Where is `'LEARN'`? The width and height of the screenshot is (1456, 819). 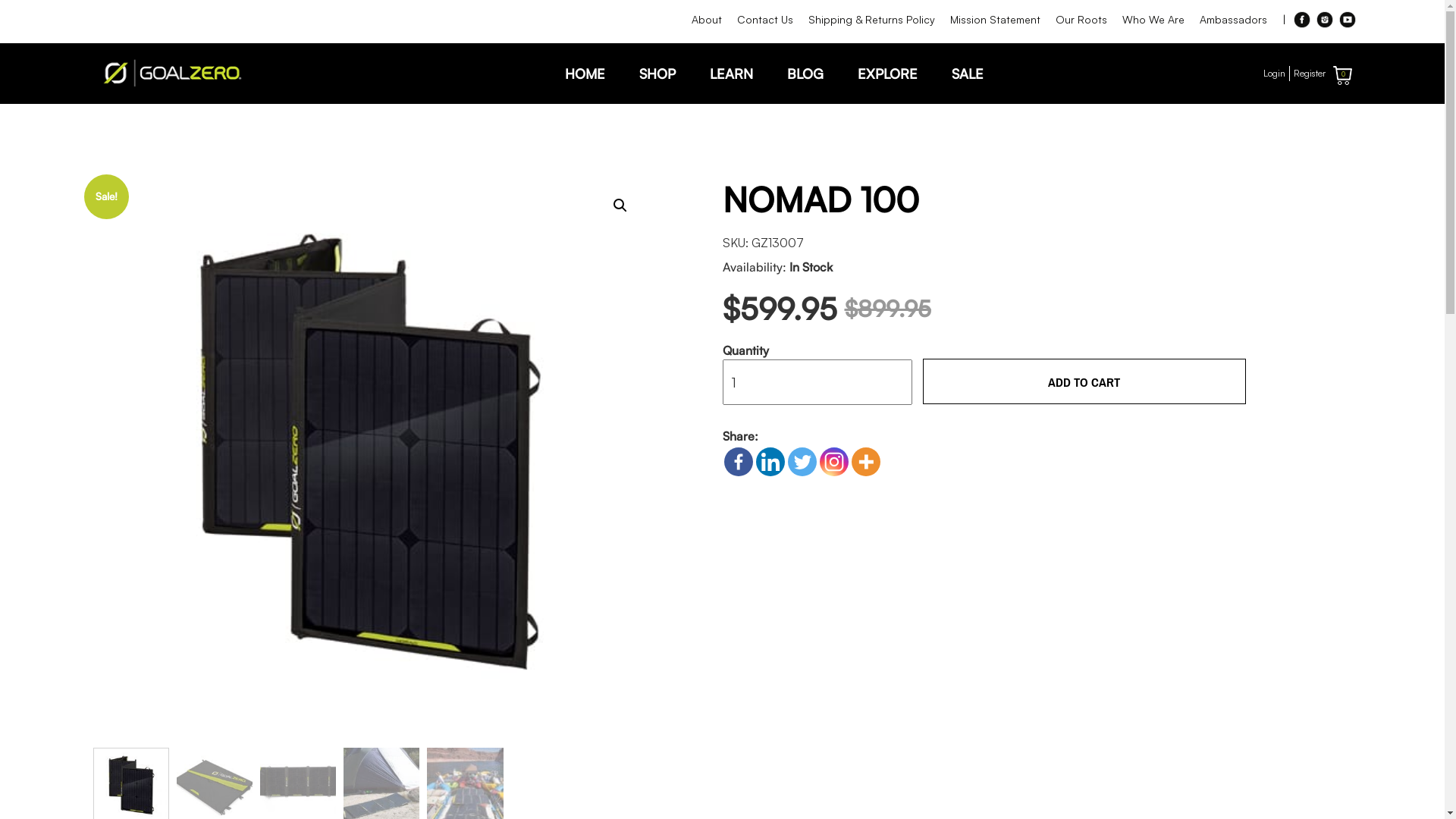 'LEARN' is located at coordinates (731, 73).